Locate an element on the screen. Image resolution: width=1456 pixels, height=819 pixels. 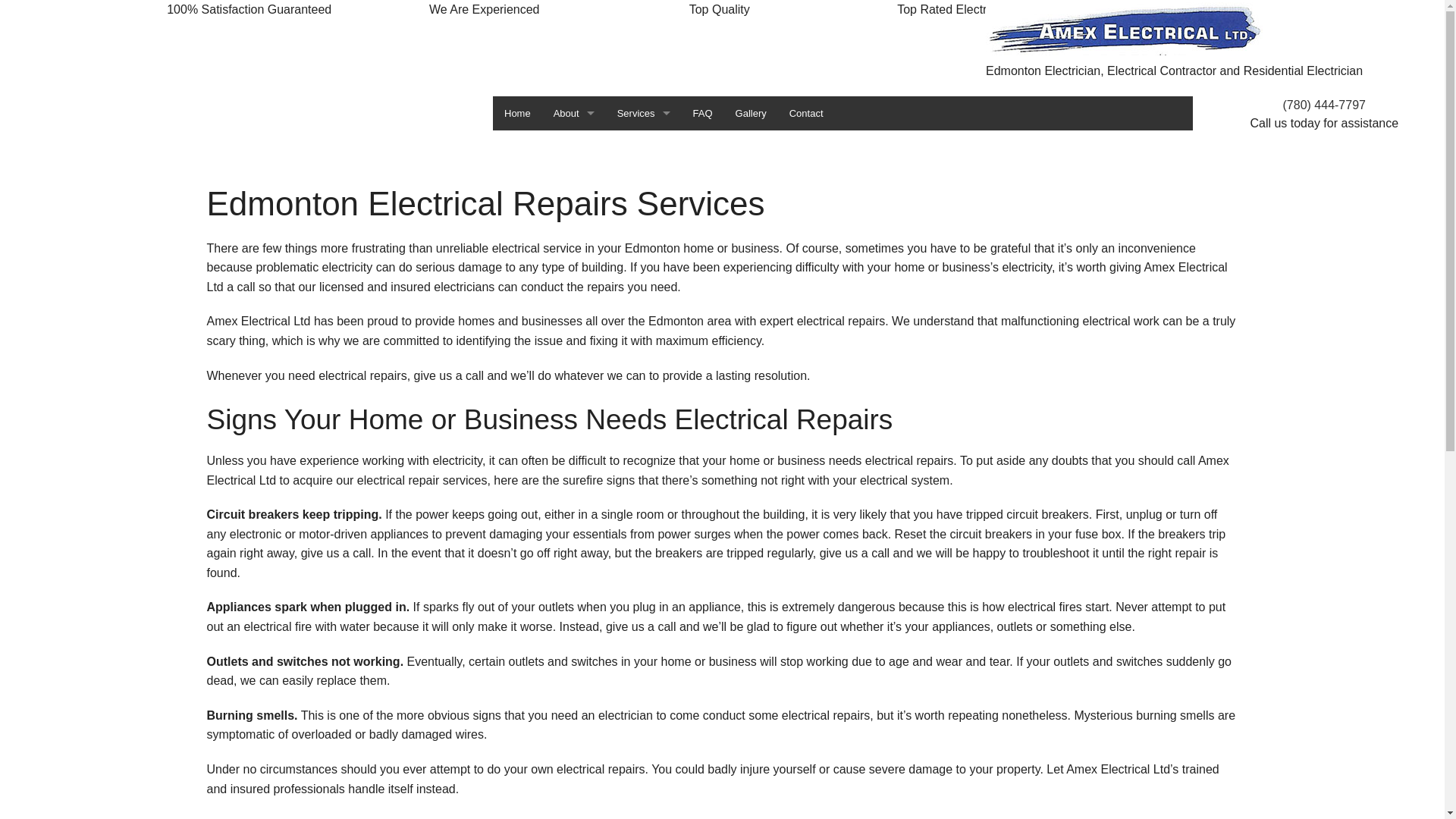
'Home' is located at coordinates (517, 112).